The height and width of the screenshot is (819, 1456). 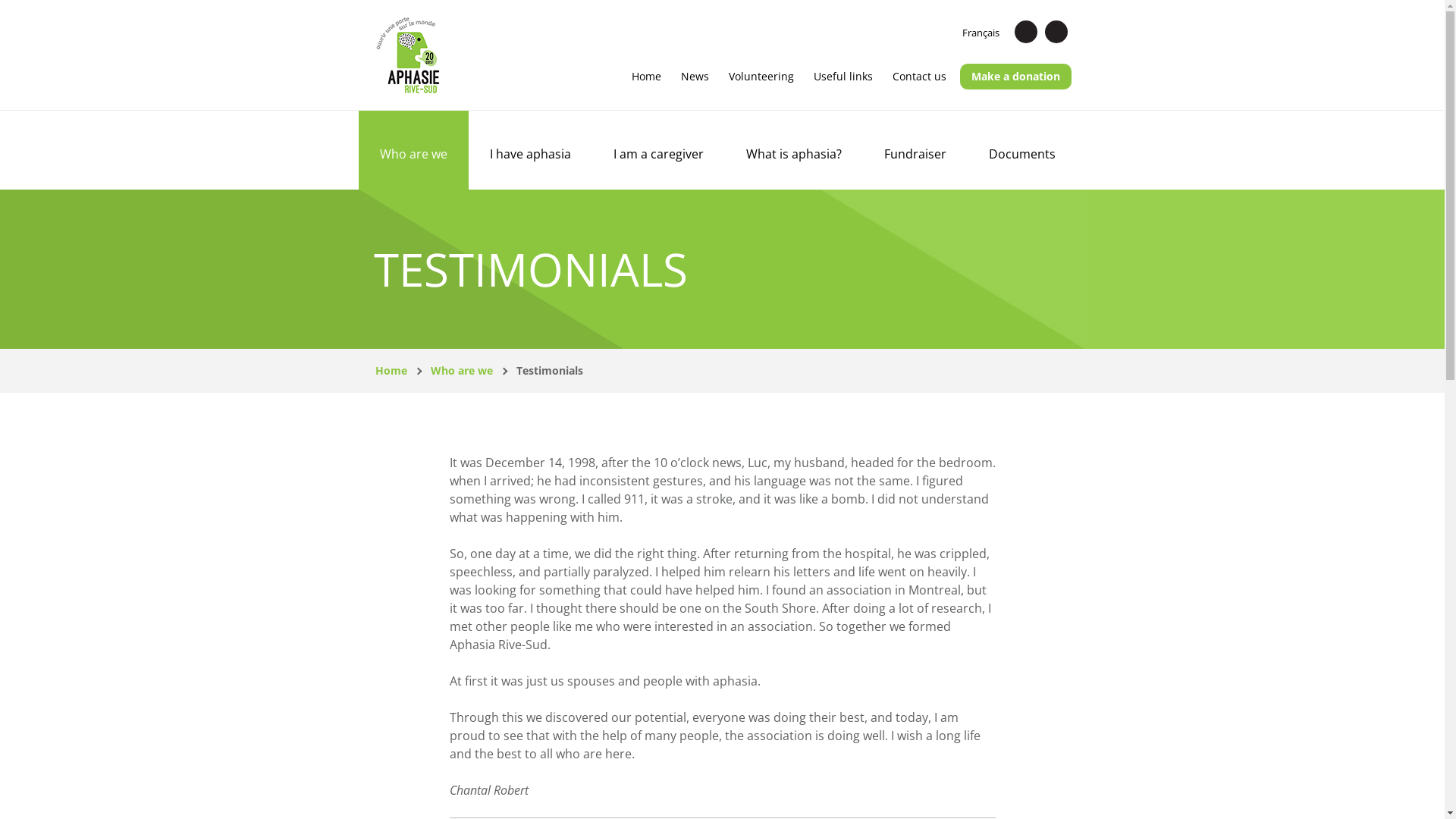 I want to click on 'Volunteering', so click(x=761, y=77).